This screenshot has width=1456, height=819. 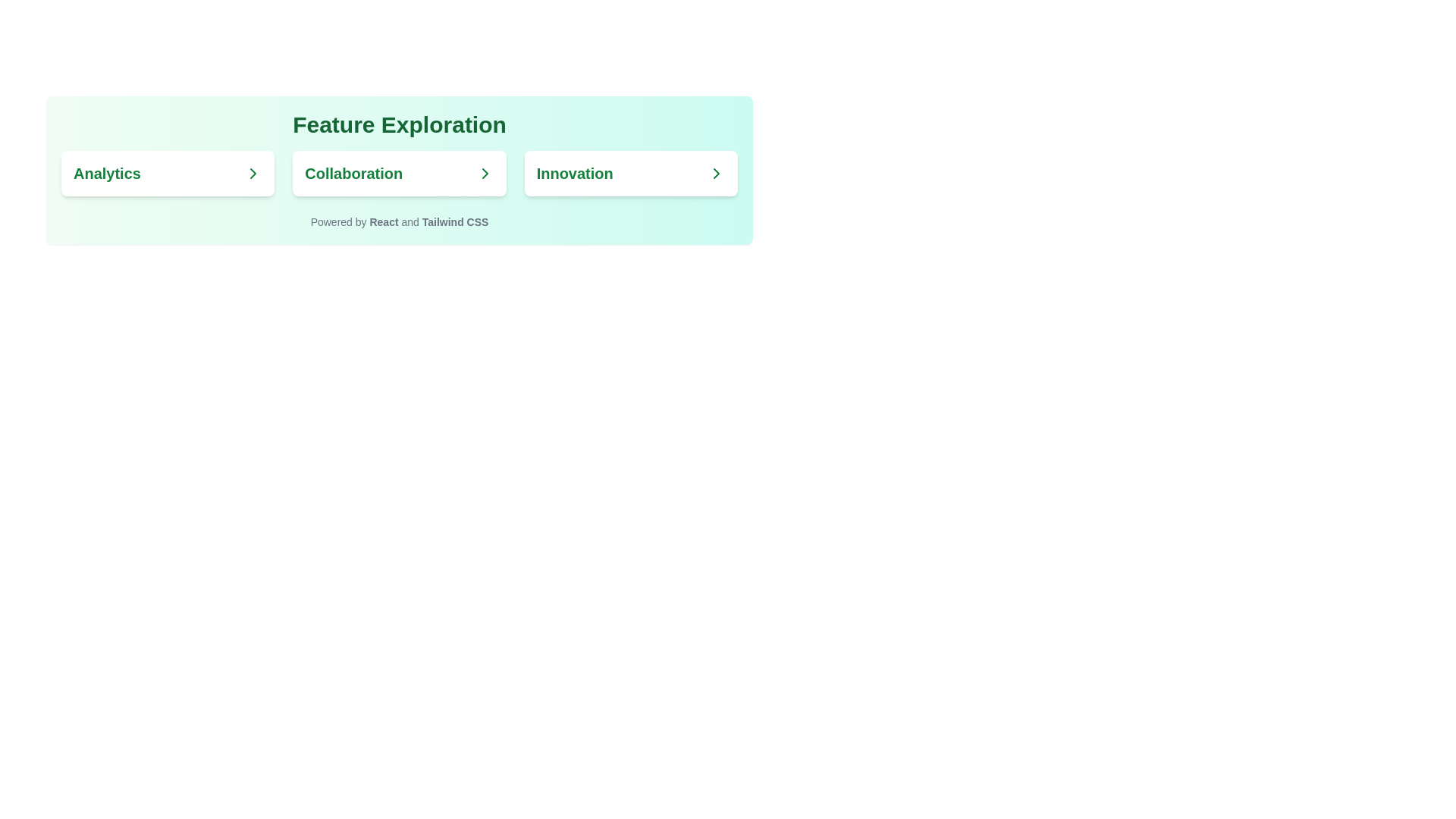 I want to click on the bolded text label 'React' located centrally in the footer section, below the feature selection buttons, so click(x=384, y=222).